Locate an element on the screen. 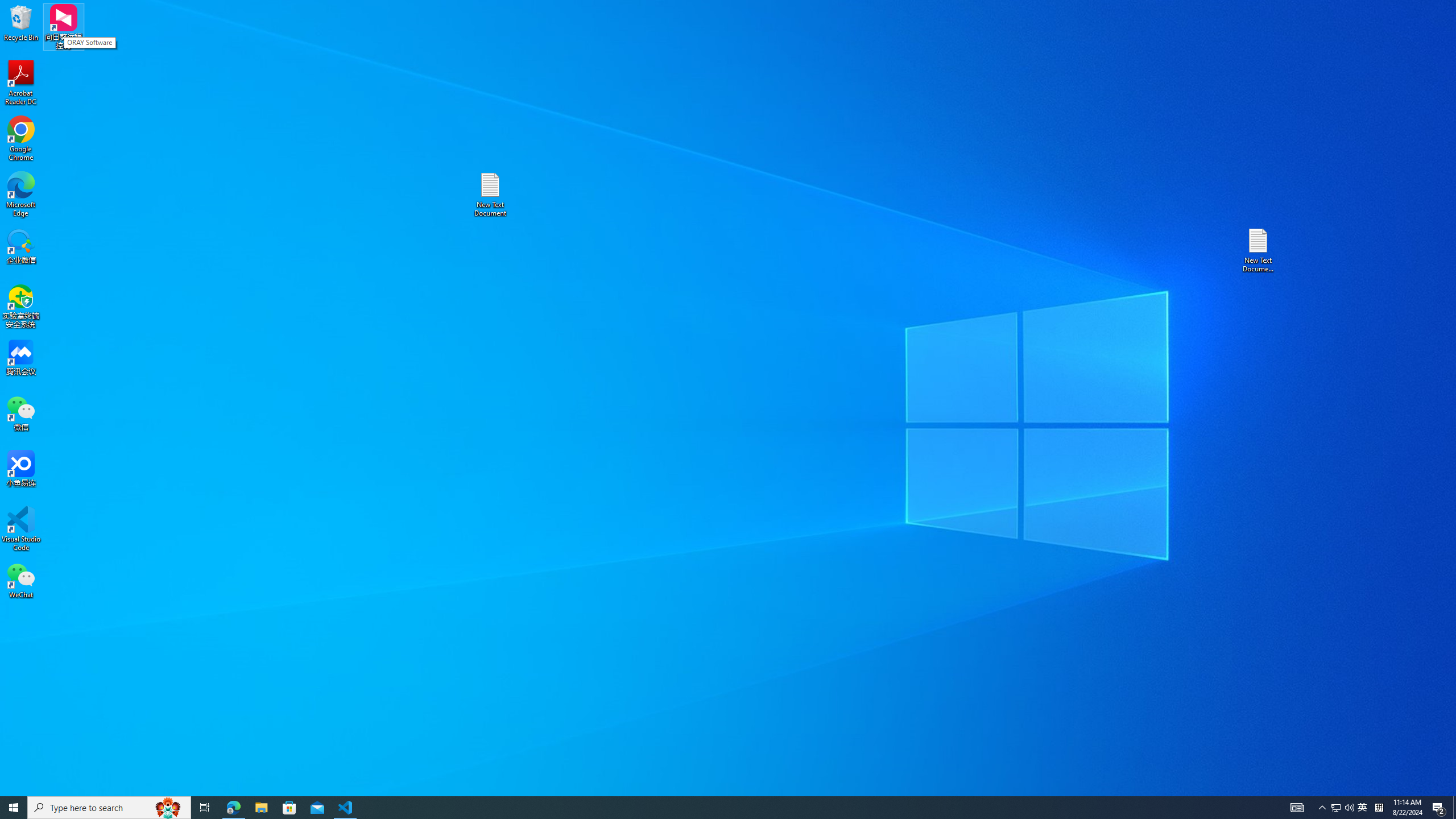 This screenshot has height=819, width=1456. 'User Promoted Notification Area' is located at coordinates (1342, 806).